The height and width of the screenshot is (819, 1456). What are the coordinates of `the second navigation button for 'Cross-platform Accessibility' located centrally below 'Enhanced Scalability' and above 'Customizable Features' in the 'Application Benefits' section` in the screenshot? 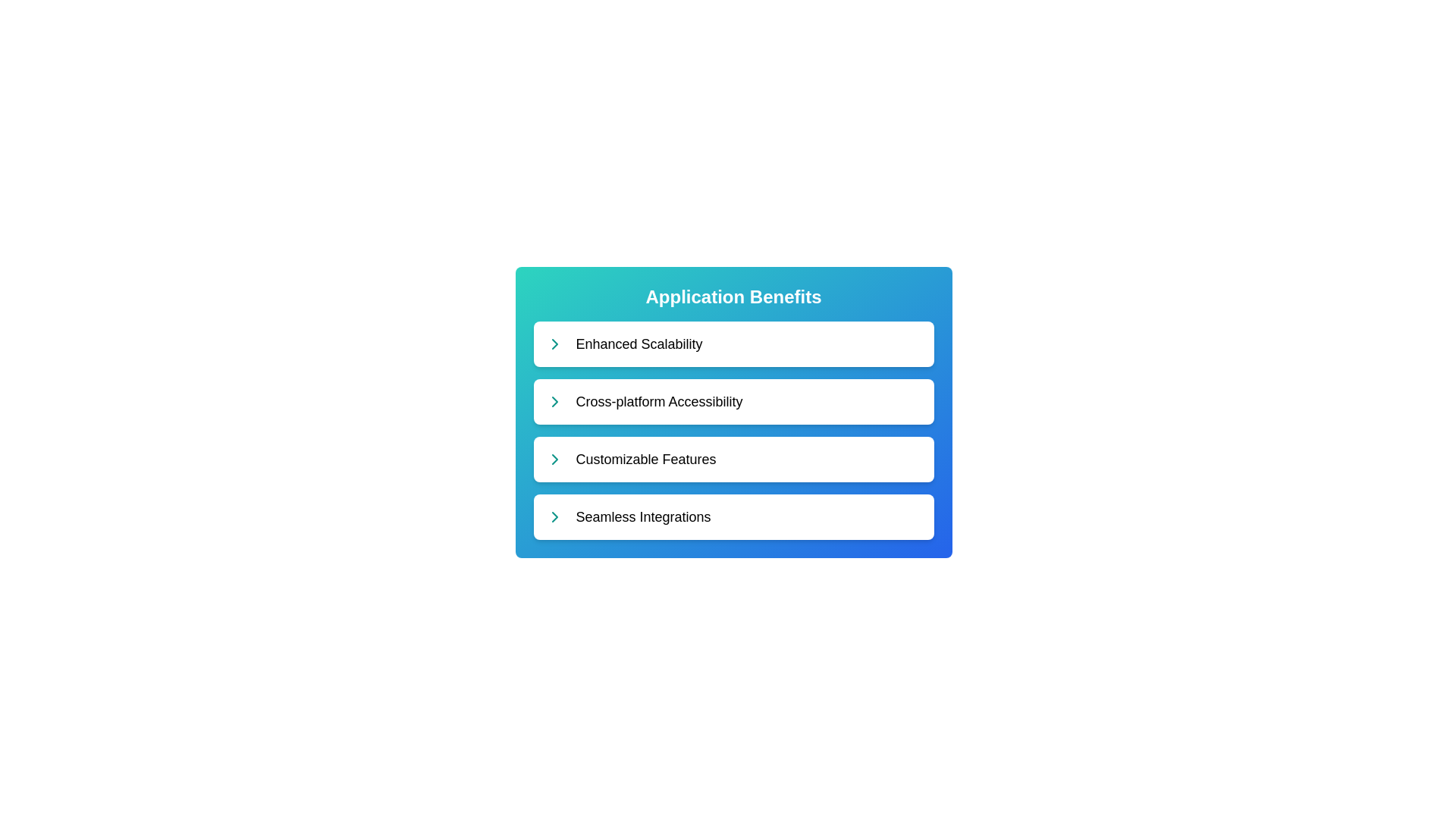 It's located at (733, 400).